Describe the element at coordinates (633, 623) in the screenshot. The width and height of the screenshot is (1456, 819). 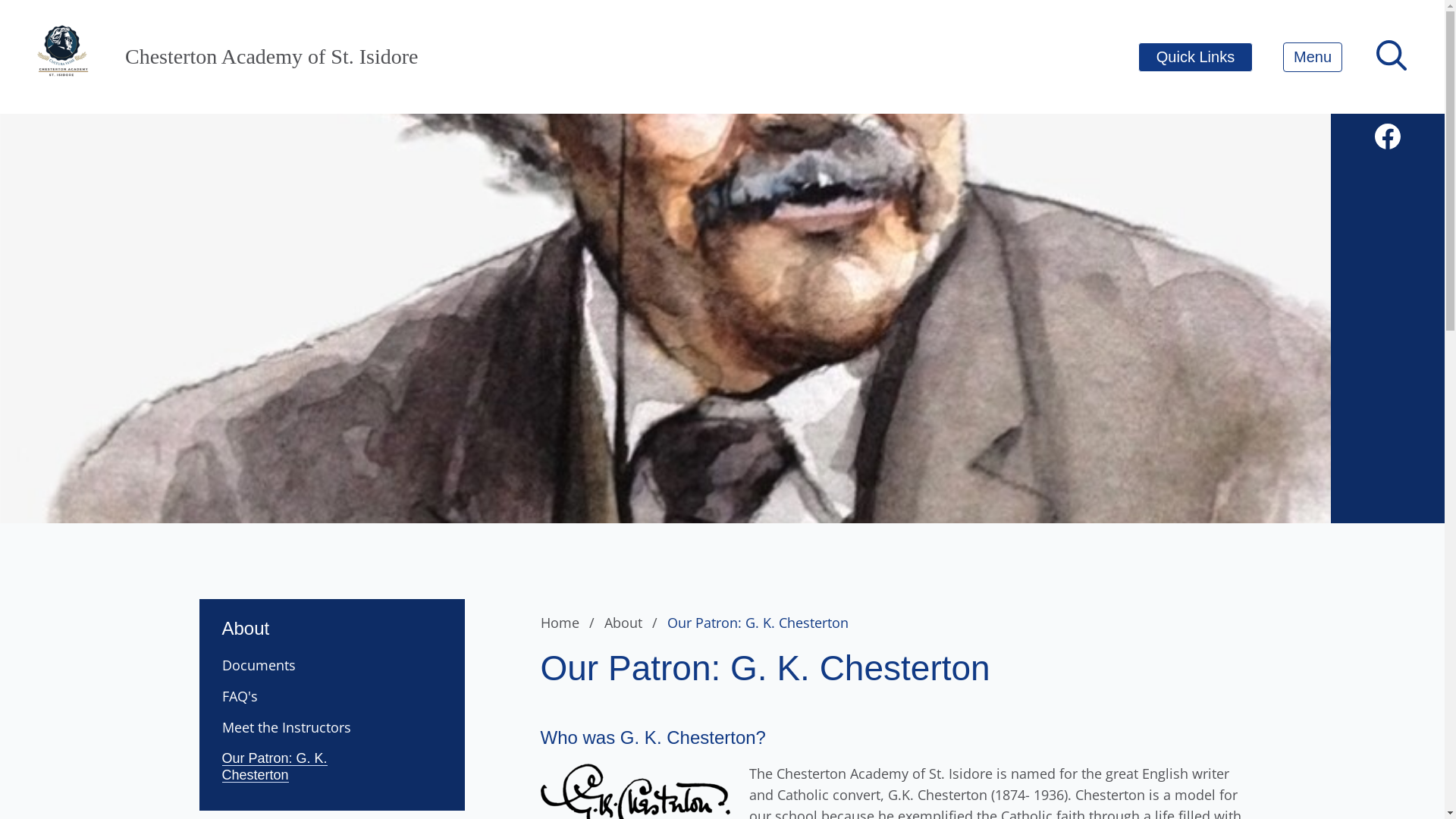
I see `'About'` at that location.